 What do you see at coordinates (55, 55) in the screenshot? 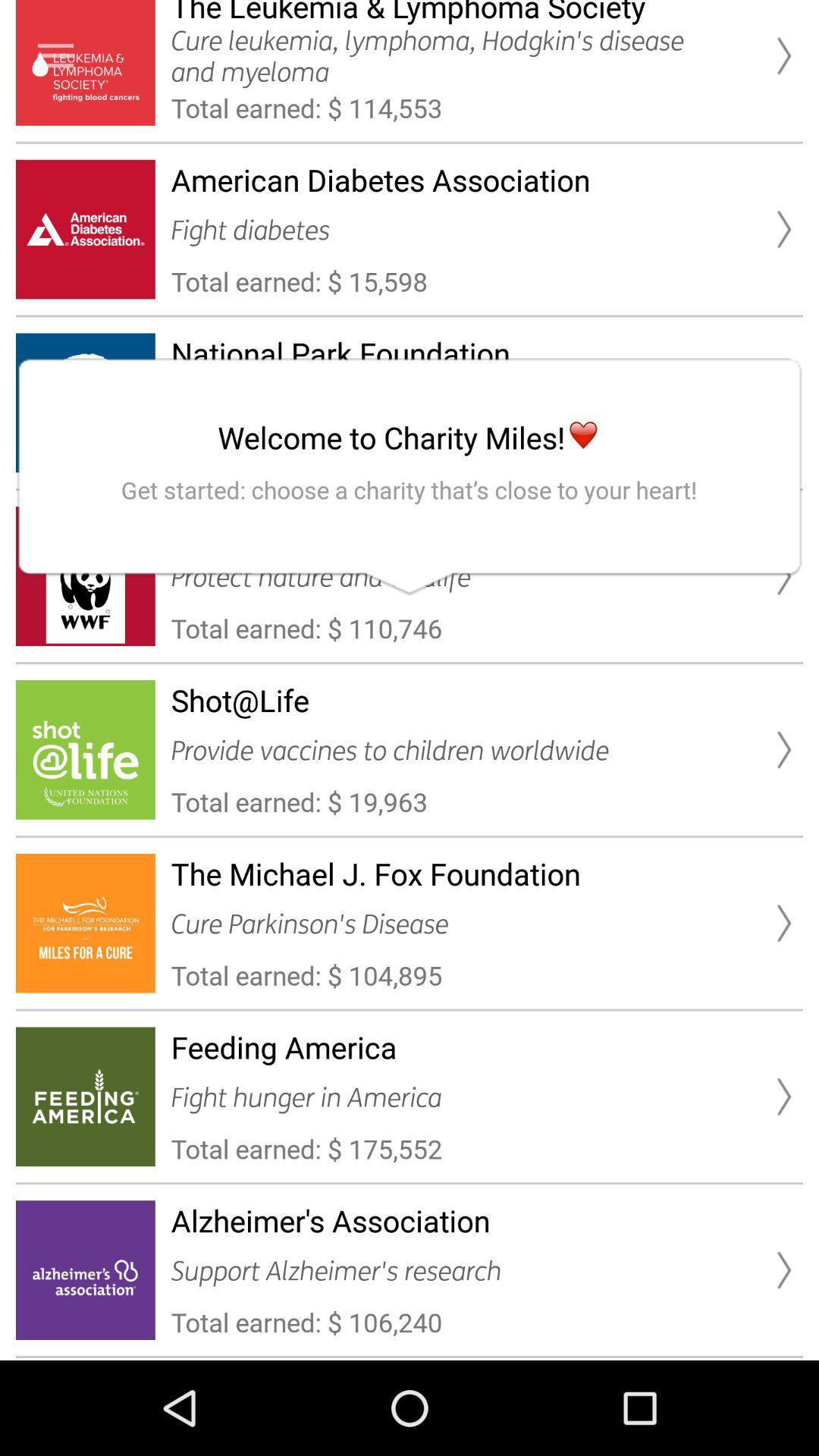
I see `opens the charity campaign` at bounding box center [55, 55].